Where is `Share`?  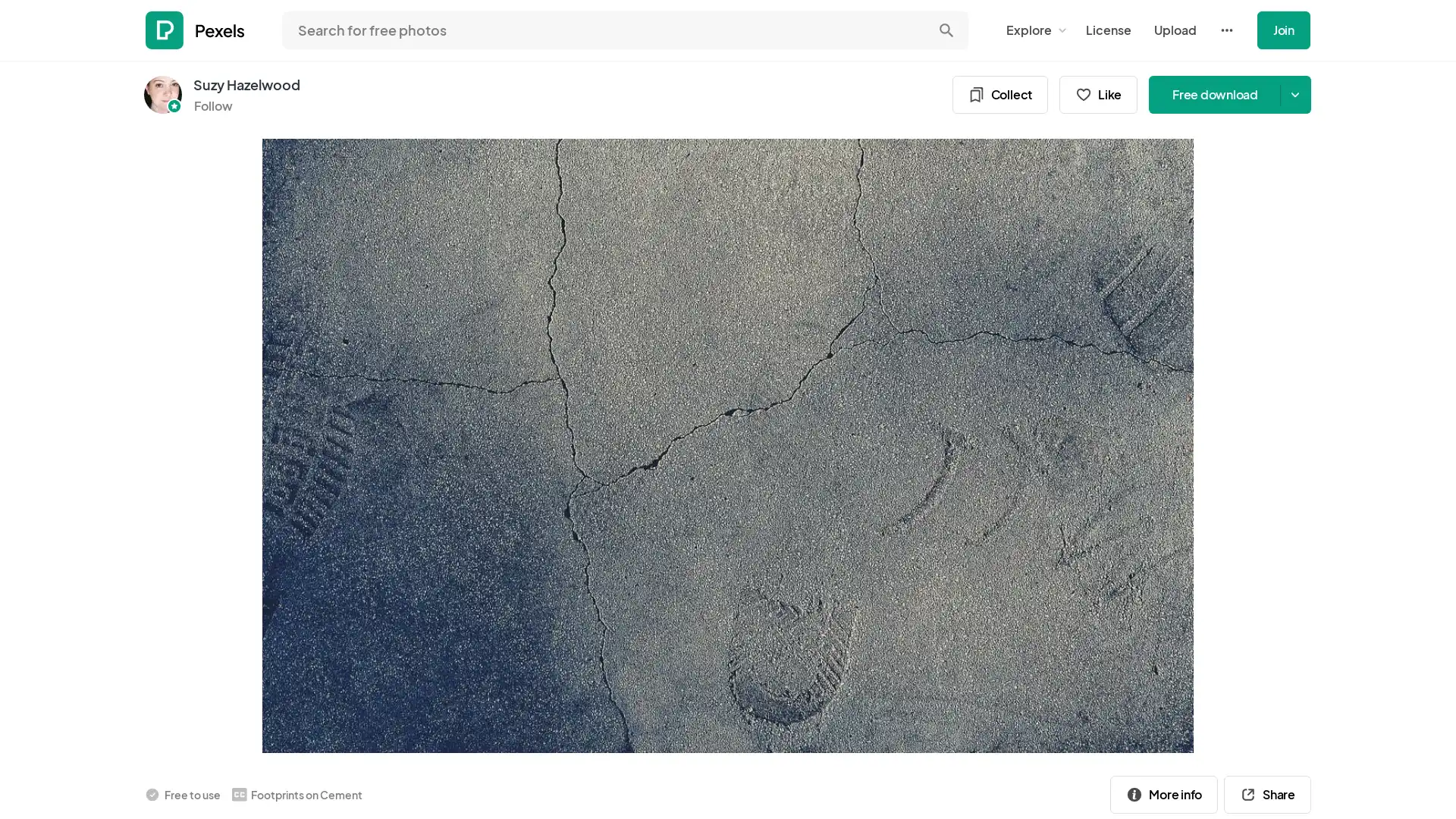 Share is located at coordinates (1267, 792).